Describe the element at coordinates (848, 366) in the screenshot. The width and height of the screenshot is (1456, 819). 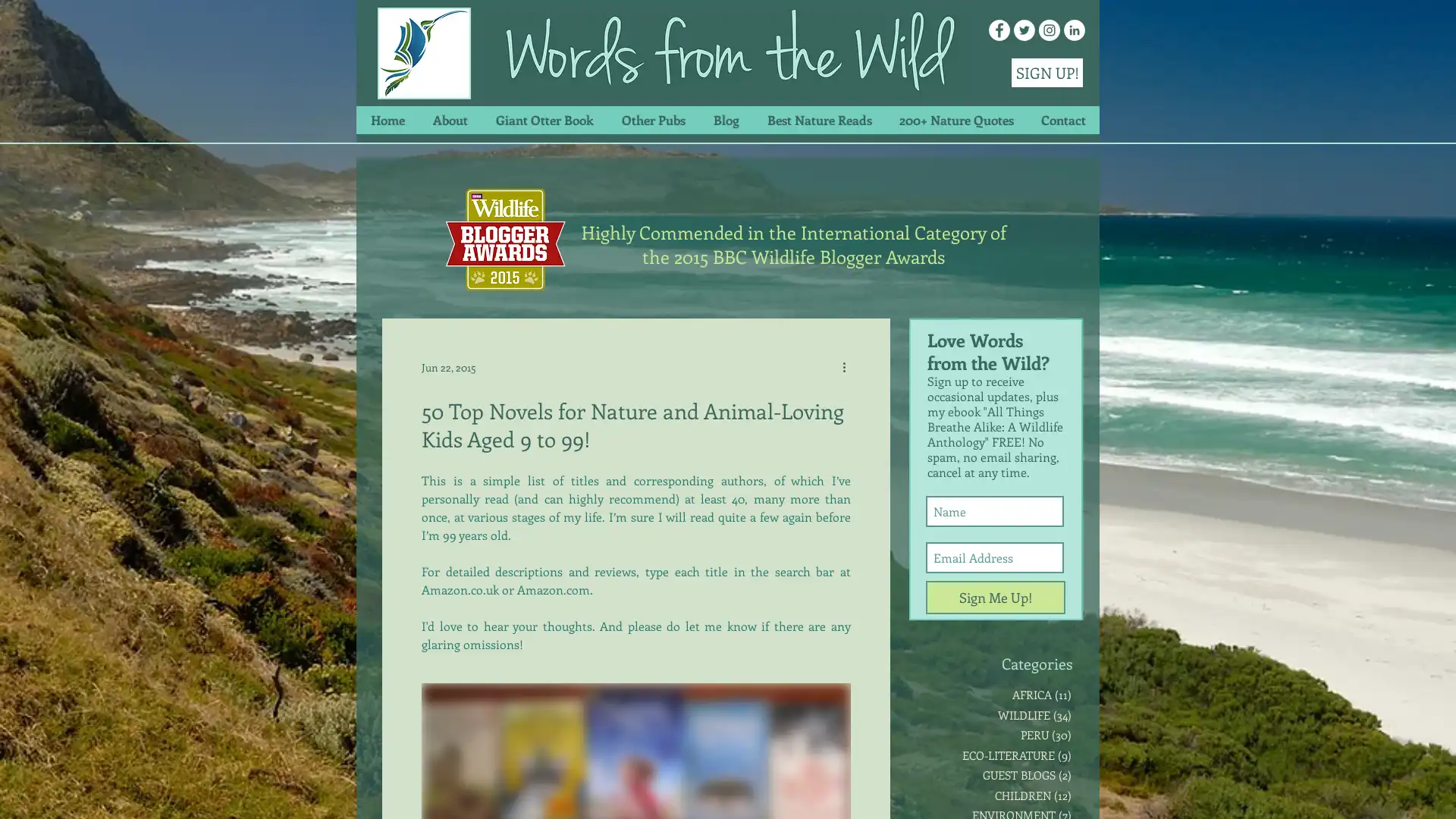
I see `More actions` at that location.